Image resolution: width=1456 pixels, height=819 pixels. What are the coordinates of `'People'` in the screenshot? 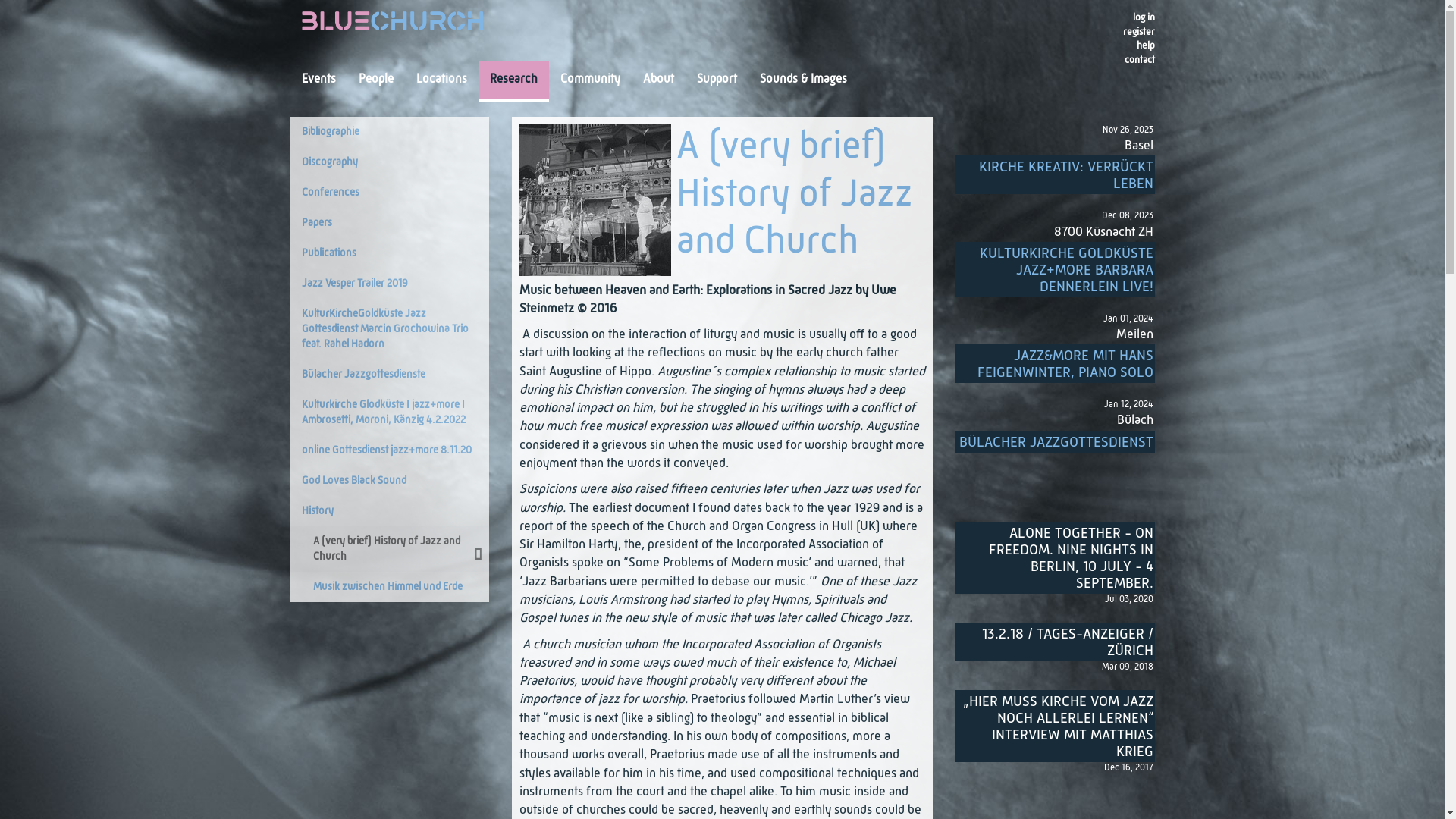 It's located at (375, 79).